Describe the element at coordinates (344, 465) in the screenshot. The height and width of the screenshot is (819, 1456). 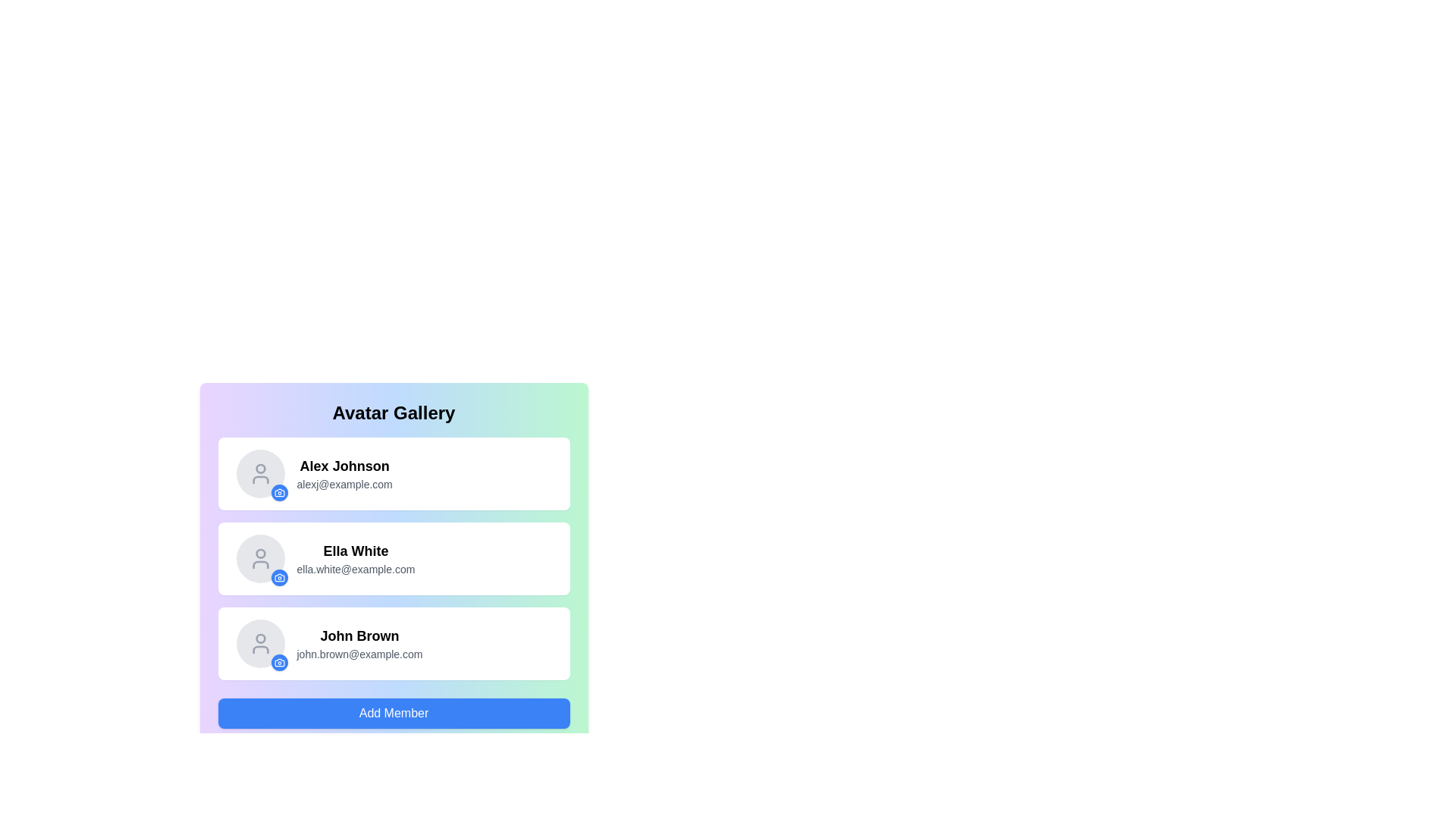
I see `the Text label that displays the user's name, located directly above the email 'alexj@example.com' and next to the user avatar icon` at that location.